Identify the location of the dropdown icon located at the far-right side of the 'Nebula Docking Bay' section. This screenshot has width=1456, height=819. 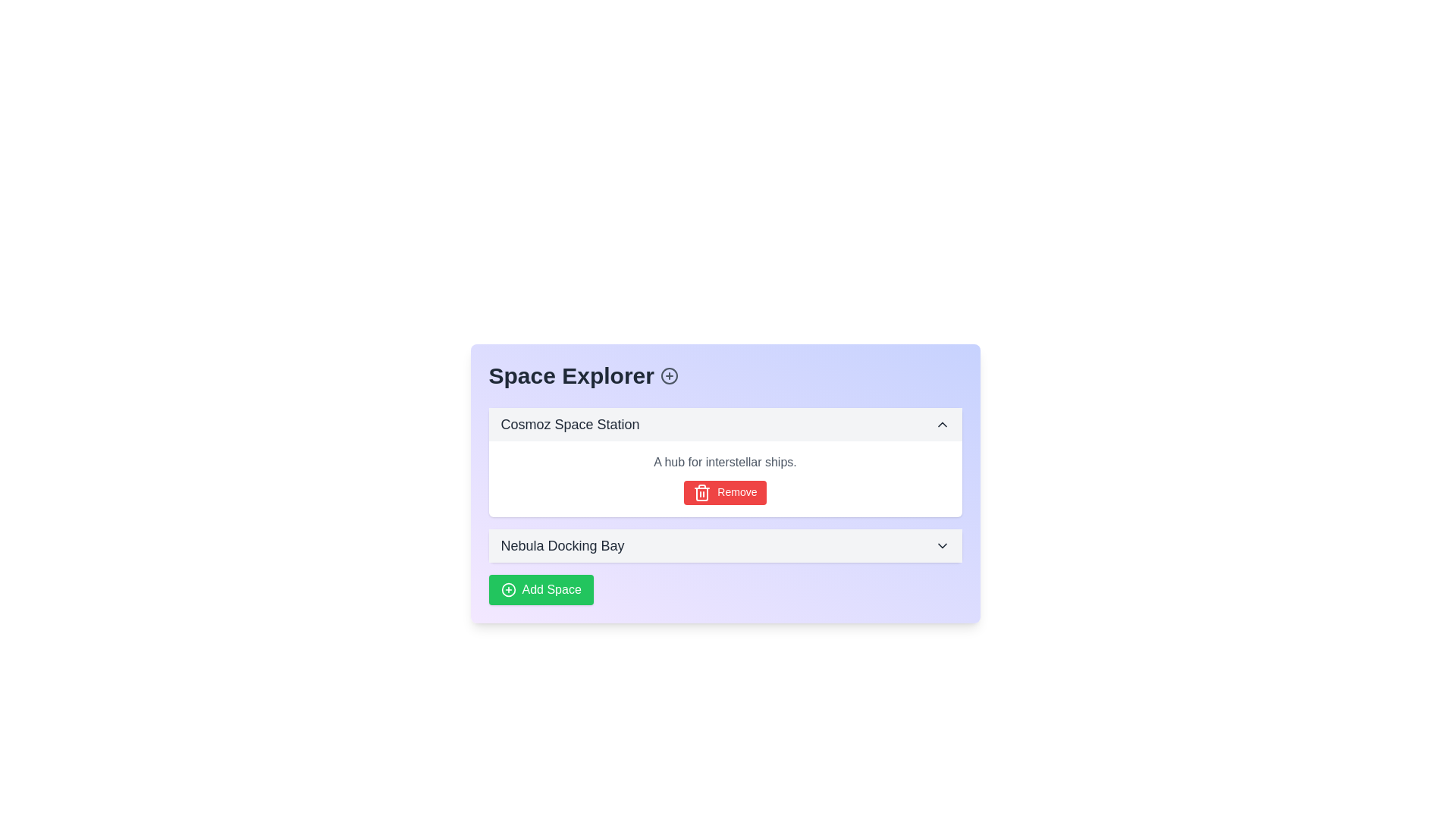
(941, 546).